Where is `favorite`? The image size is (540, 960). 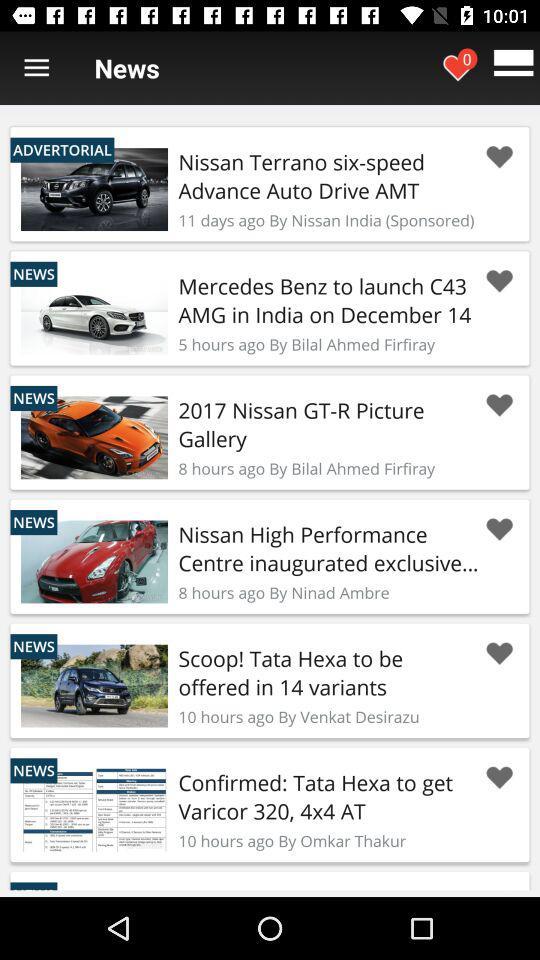
favorite is located at coordinates (498, 652).